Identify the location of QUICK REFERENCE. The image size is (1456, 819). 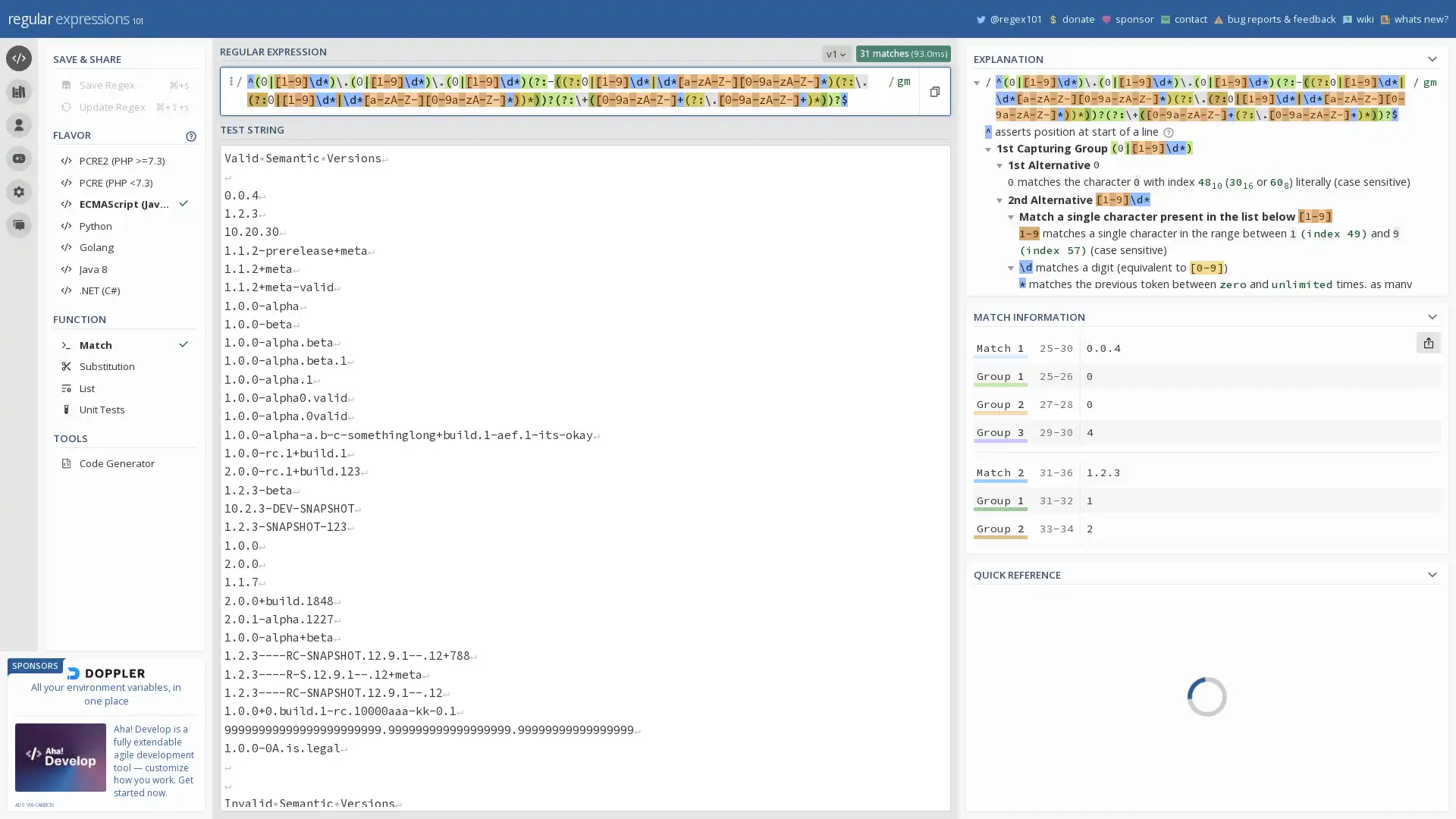
(1207, 573).